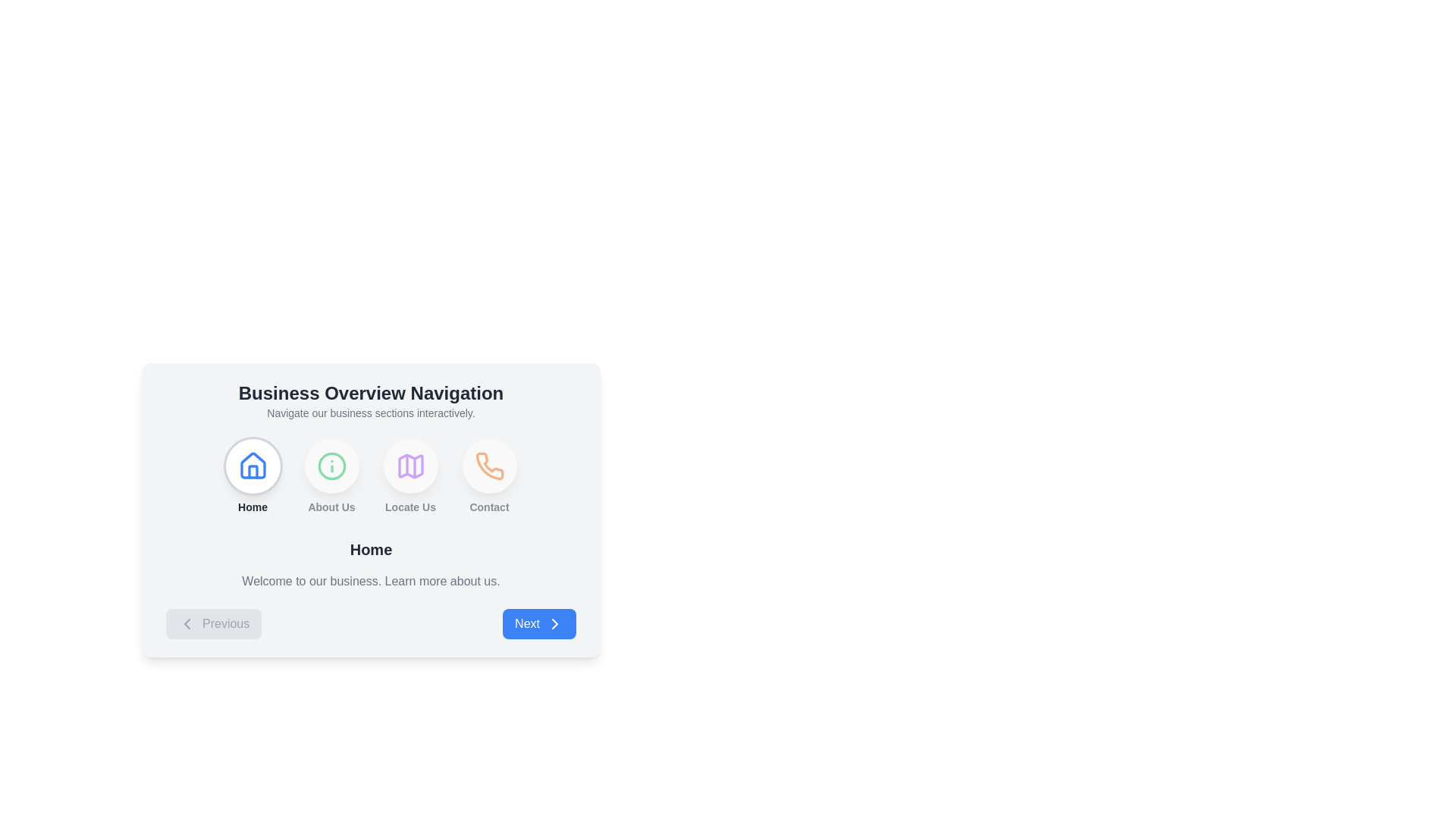  What do you see at coordinates (410, 475) in the screenshot?
I see `the 'Locate Us' button, which is the third icon in the navigation menu, positioned between 'About Us' and 'Contact' icons` at bounding box center [410, 475].